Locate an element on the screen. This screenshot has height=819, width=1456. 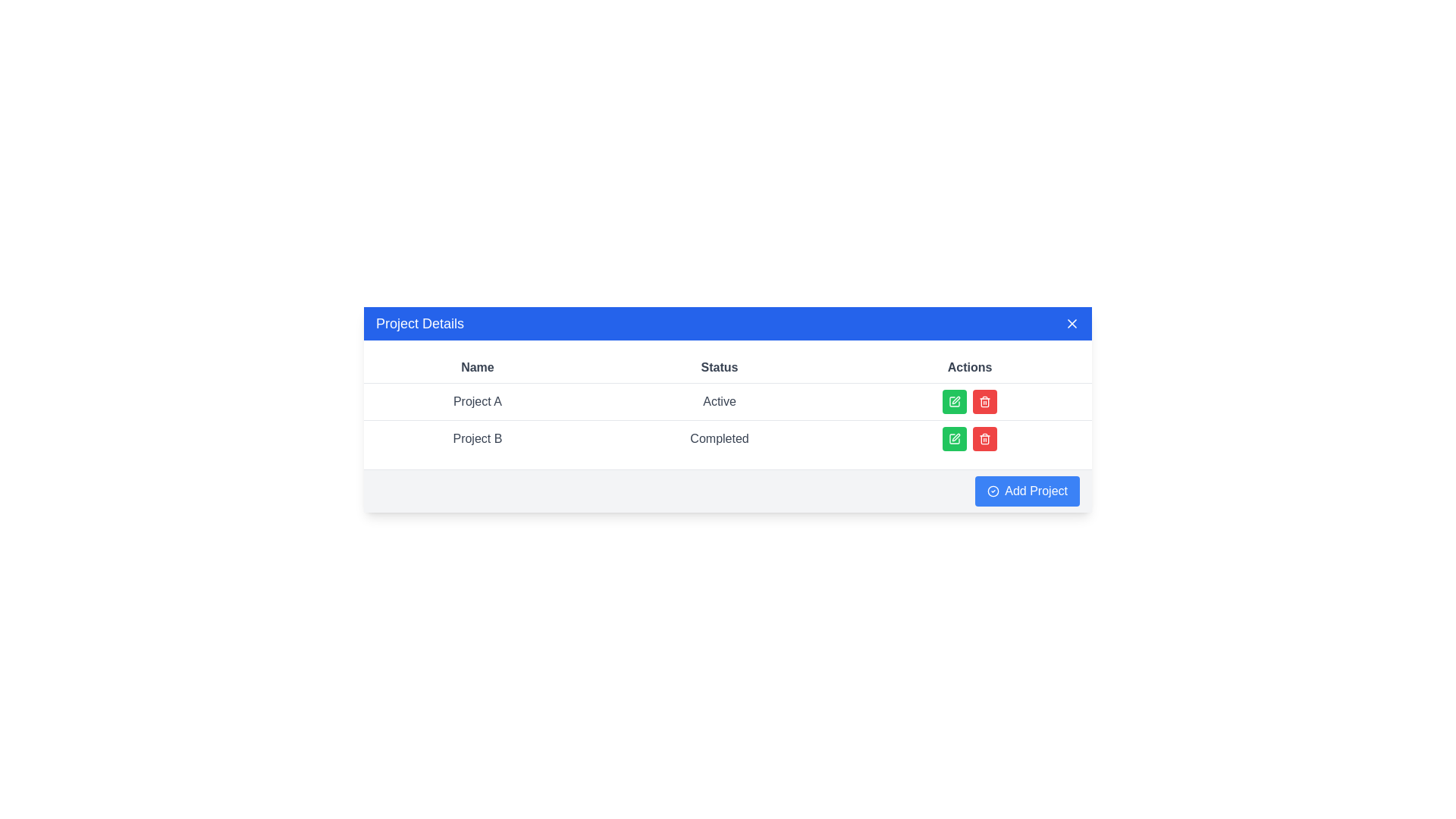
the diagonal cross icon located in the top-right corner of the blue header bar labeled 'Project Details' is located at coordinates (1072, 322).